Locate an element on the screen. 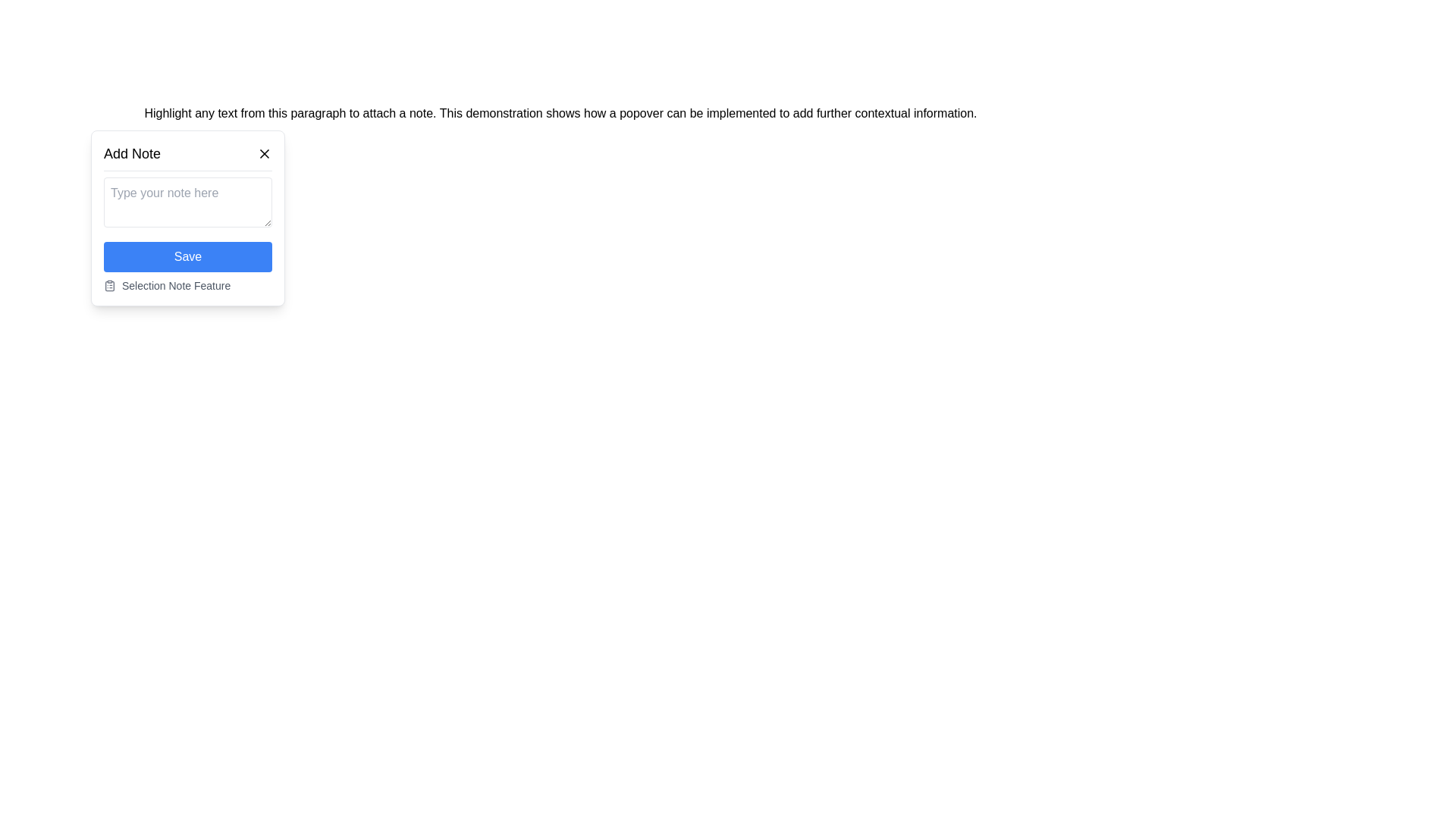  the text label 'Selection Note Feature' located at the bottom of the 'Add Note' feature popover, which indicates the function of the component is located at coordinates (176, 286).